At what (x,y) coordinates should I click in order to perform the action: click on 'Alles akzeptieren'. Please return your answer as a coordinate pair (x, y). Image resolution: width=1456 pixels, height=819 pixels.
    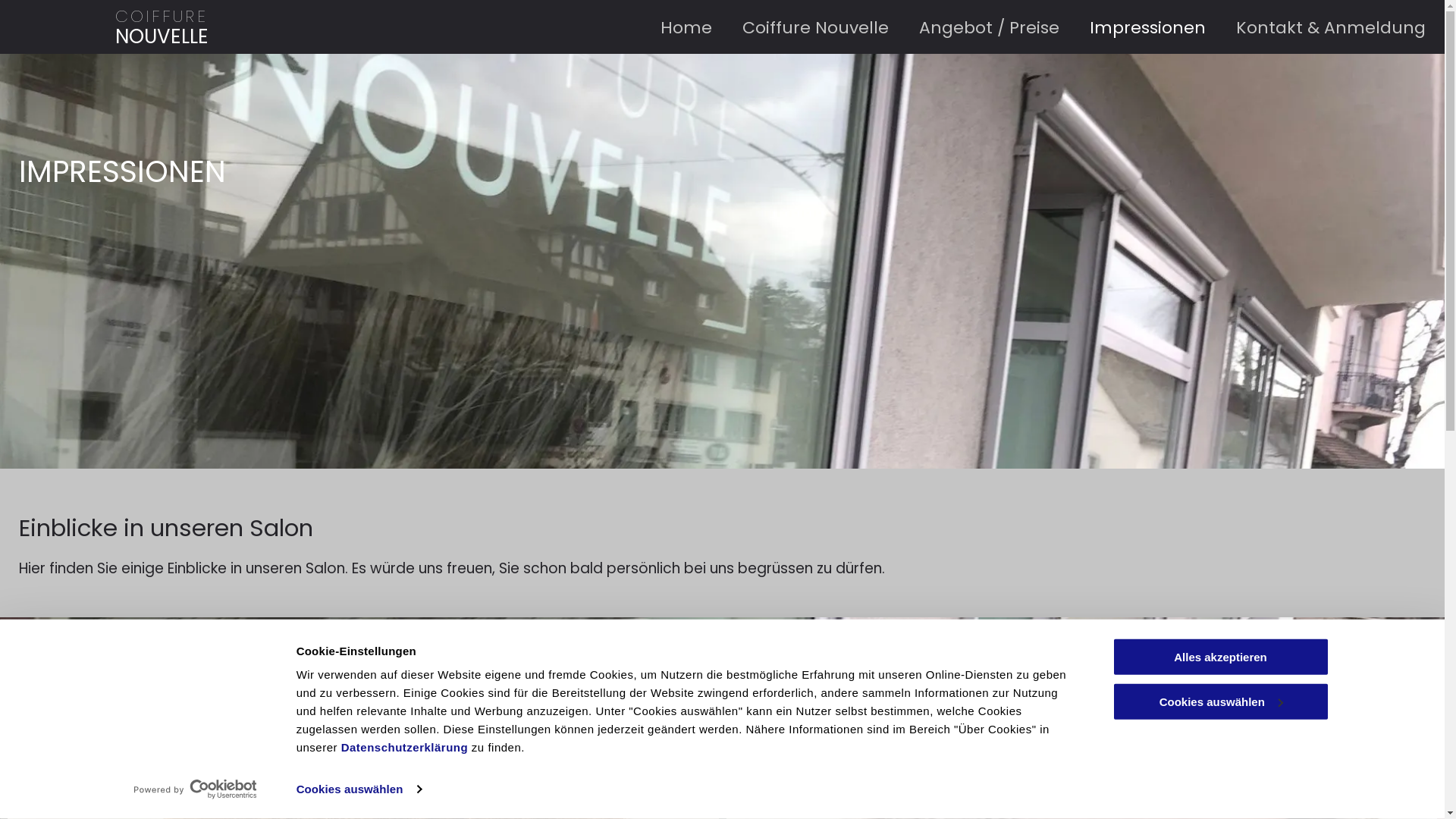
    Looking at the image, I should click on (1219, 656).